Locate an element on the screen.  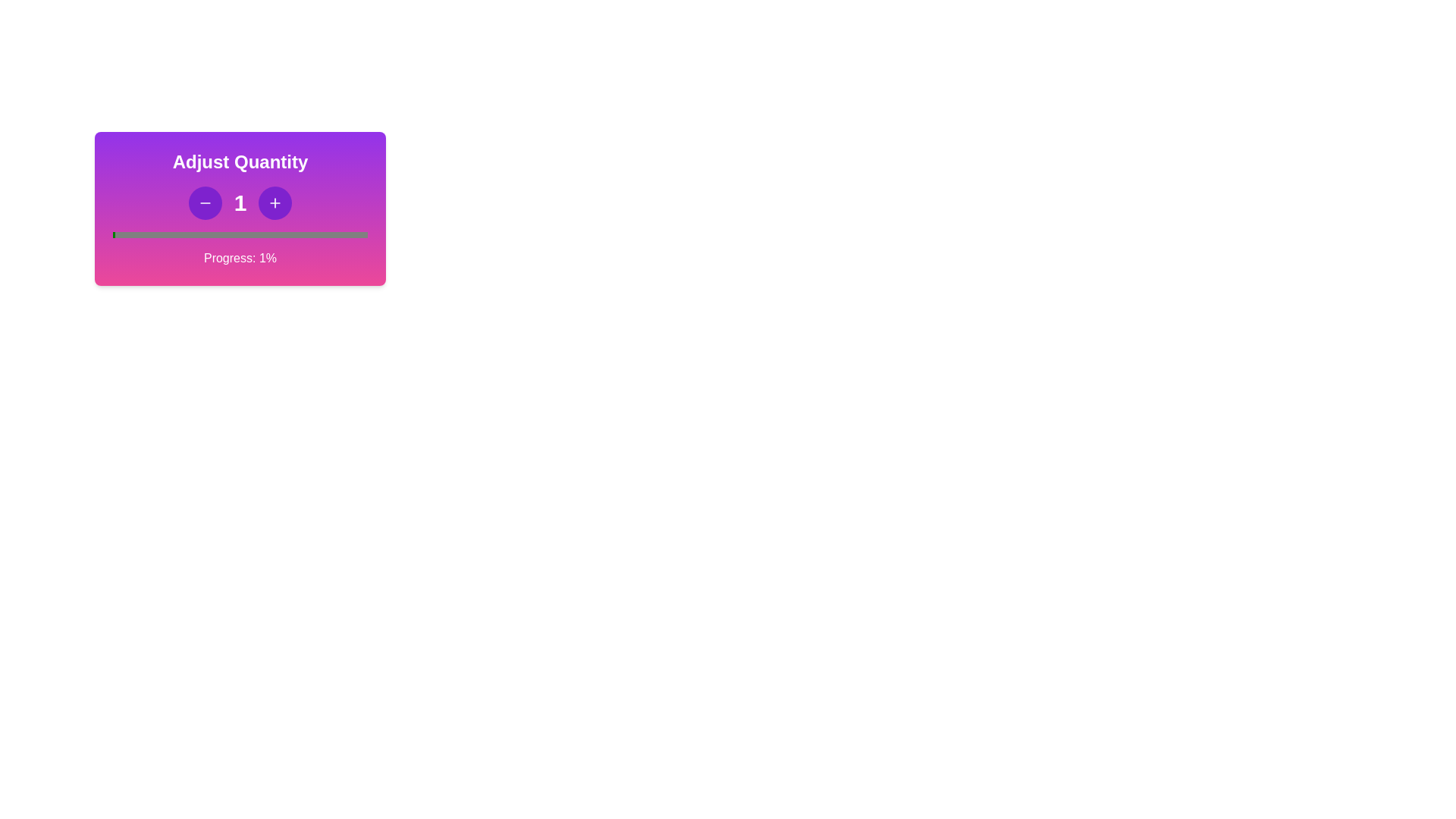
the non-interactive Text Display that represents the current value in the range adjustment system, which is centrally positioned between the minus button and the plus button is located at coordinates (239, 202).